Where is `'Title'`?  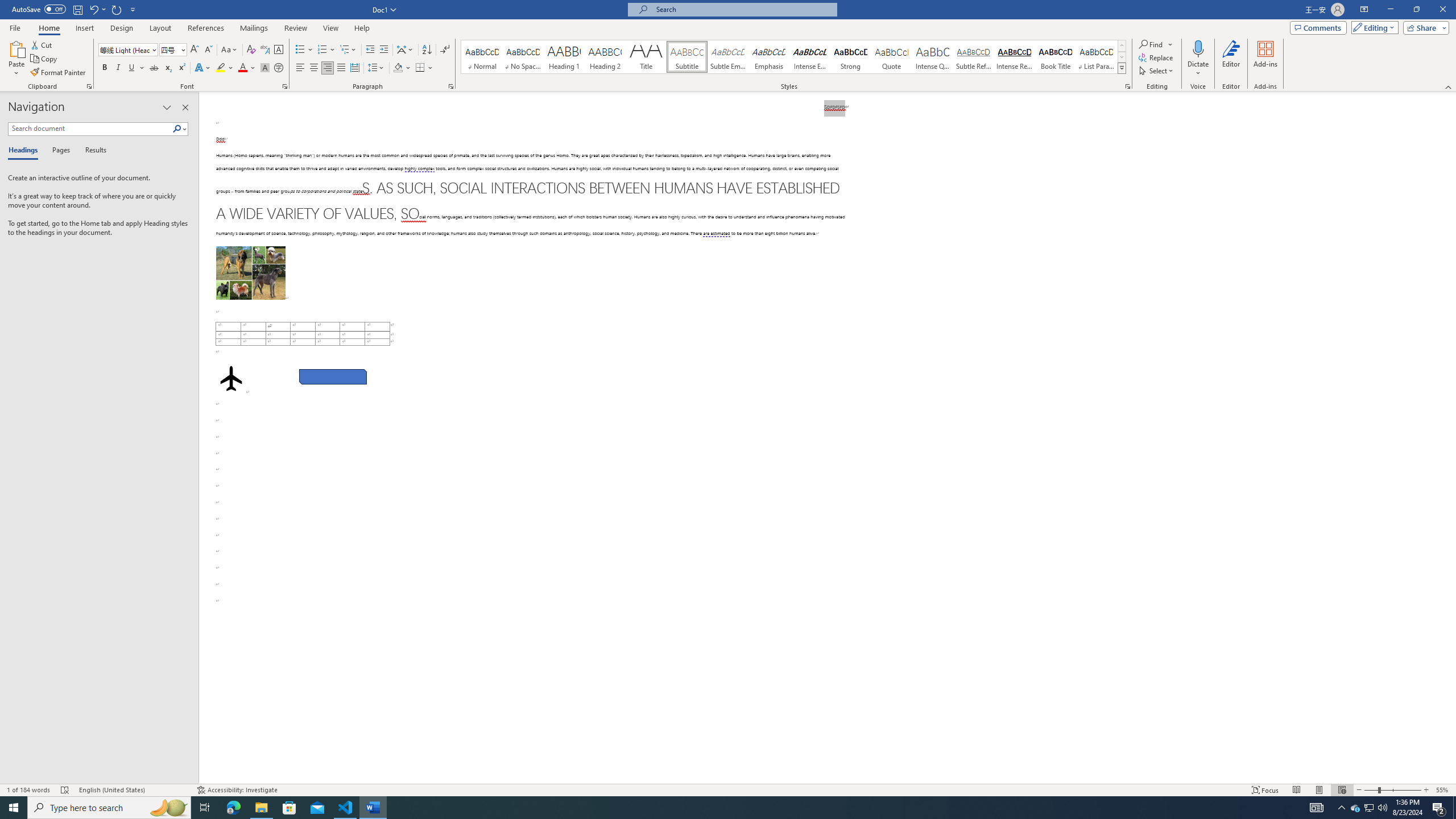 'Title' is located at coordinates (646, 56).